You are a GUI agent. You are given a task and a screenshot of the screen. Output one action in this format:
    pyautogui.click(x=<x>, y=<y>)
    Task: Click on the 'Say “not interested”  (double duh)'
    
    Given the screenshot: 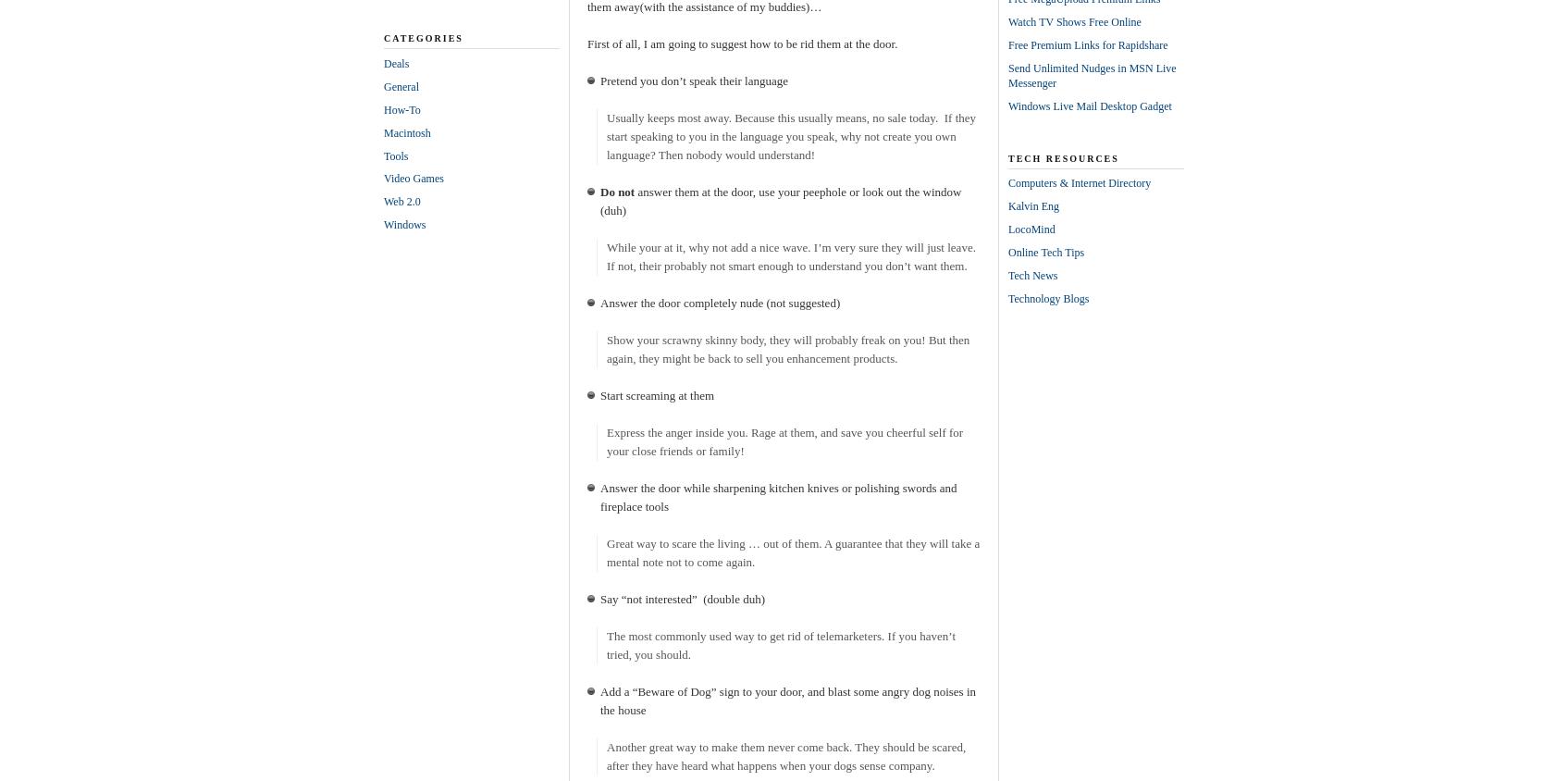 What is the action you would take?
    pyautogui.click(x=681, y=597)
    